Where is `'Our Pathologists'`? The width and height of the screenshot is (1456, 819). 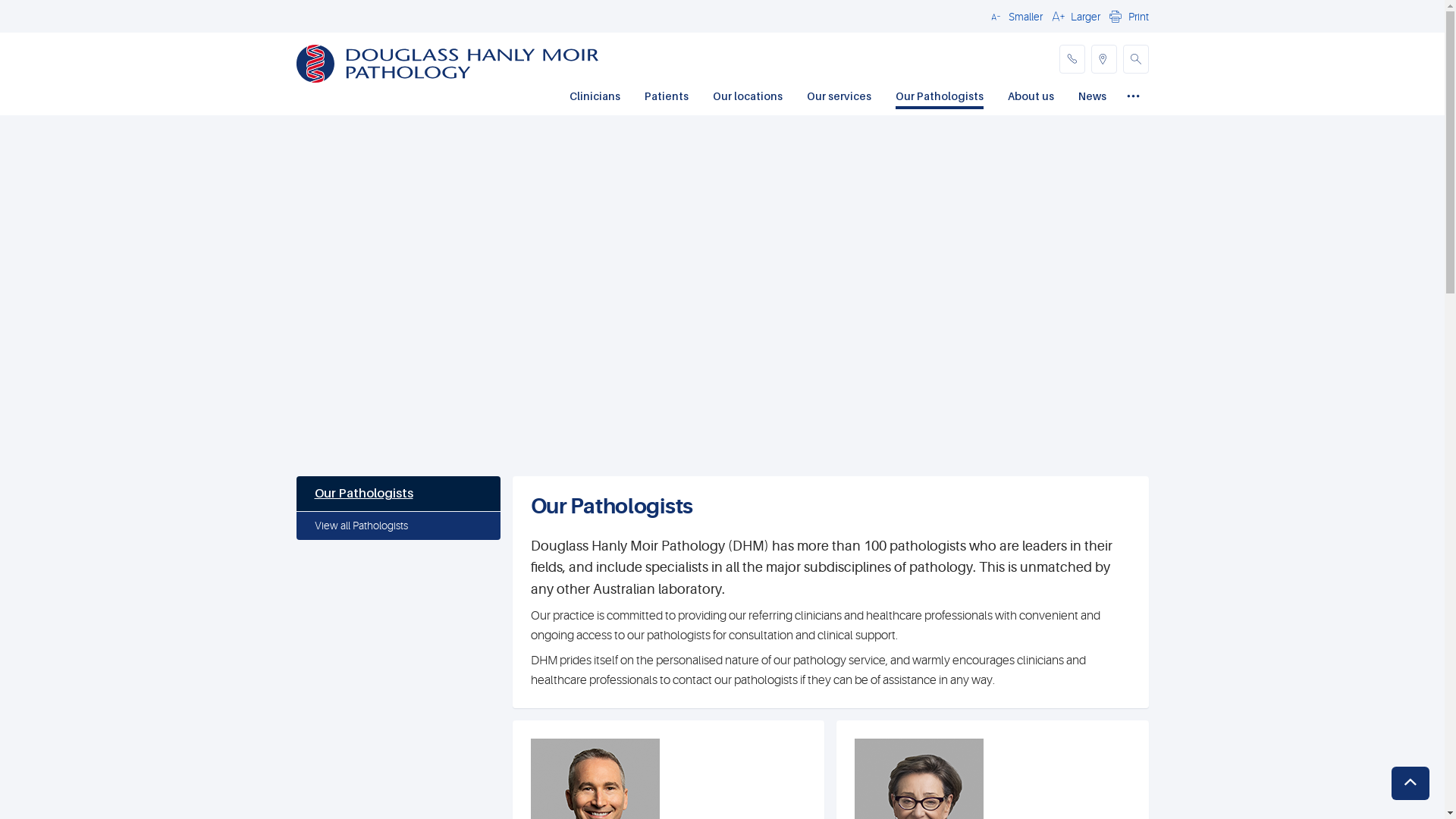
'Our Pathologists' is located at coordinates (397, 494).